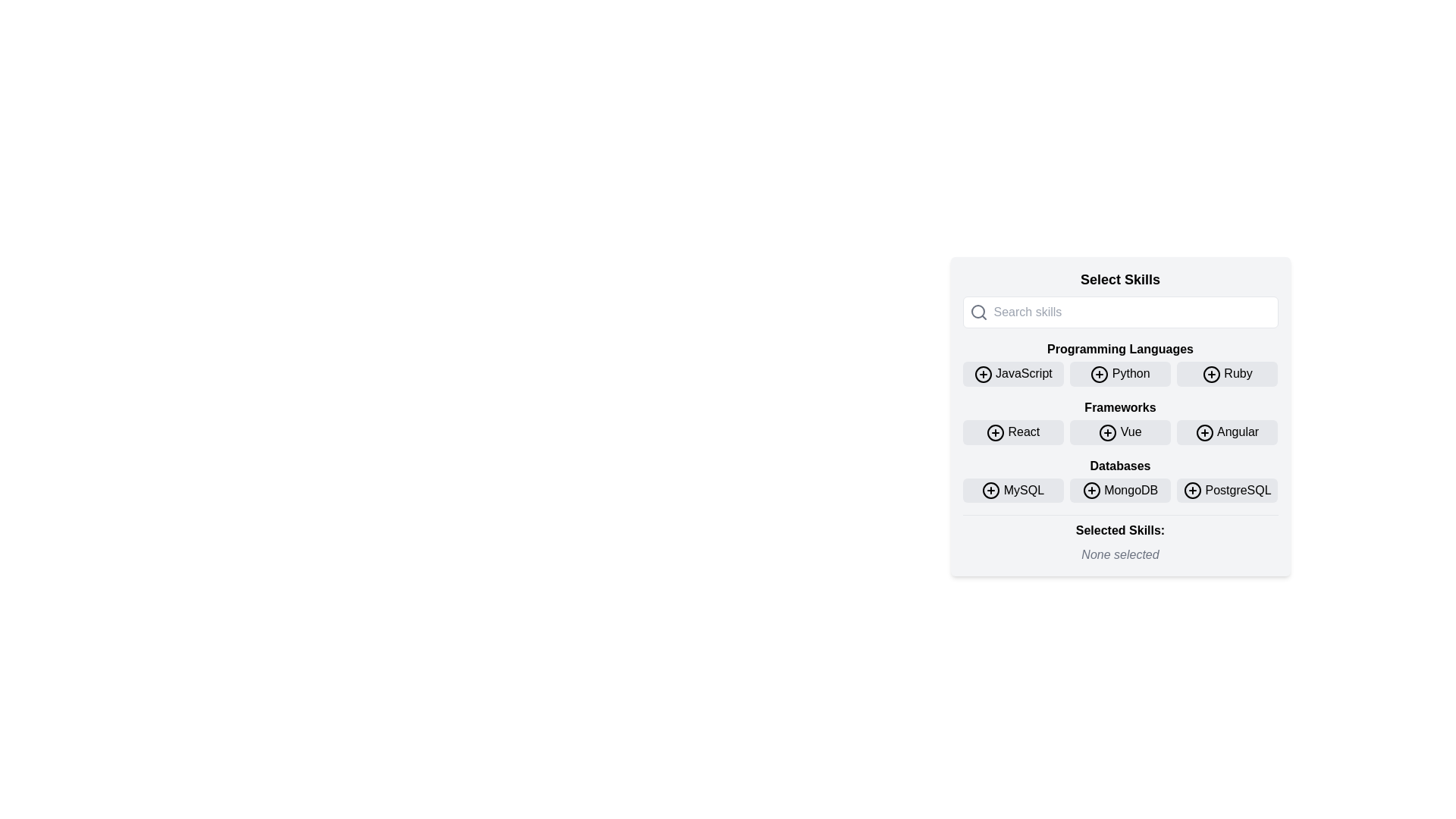 This screenshot has width=1456, height=819. I want to click on the Interactive button for 'Vue', so click(1120, 432).